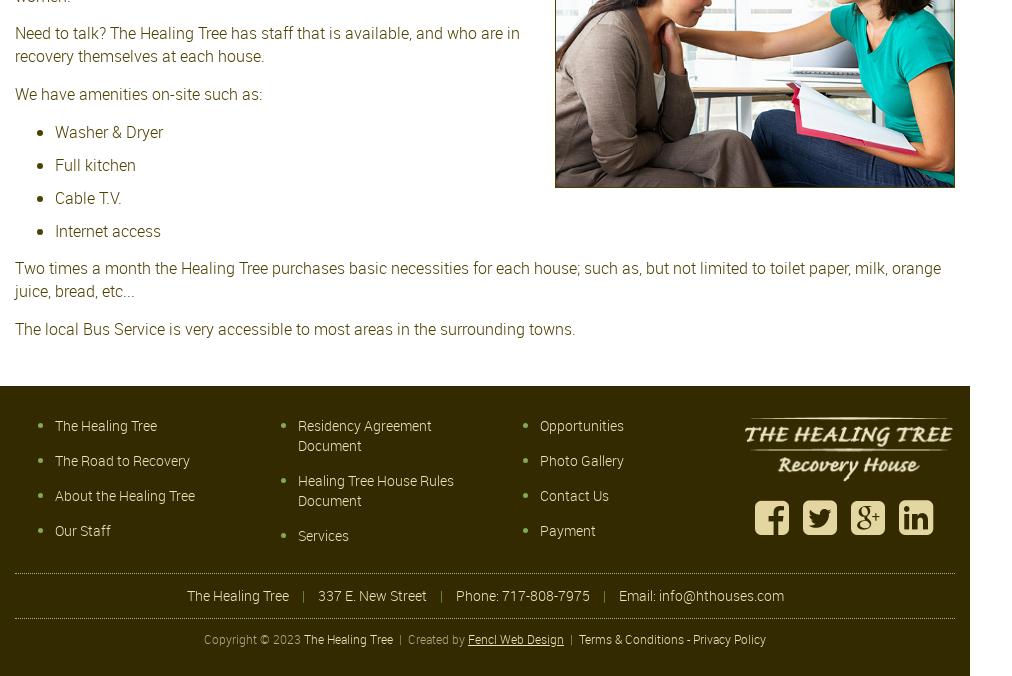 The width and height of the screenshot is (1012, 676). Describe the element at coordinates (515, 638) in the screenshot. I see `'Fencl Web Design'` at that location.